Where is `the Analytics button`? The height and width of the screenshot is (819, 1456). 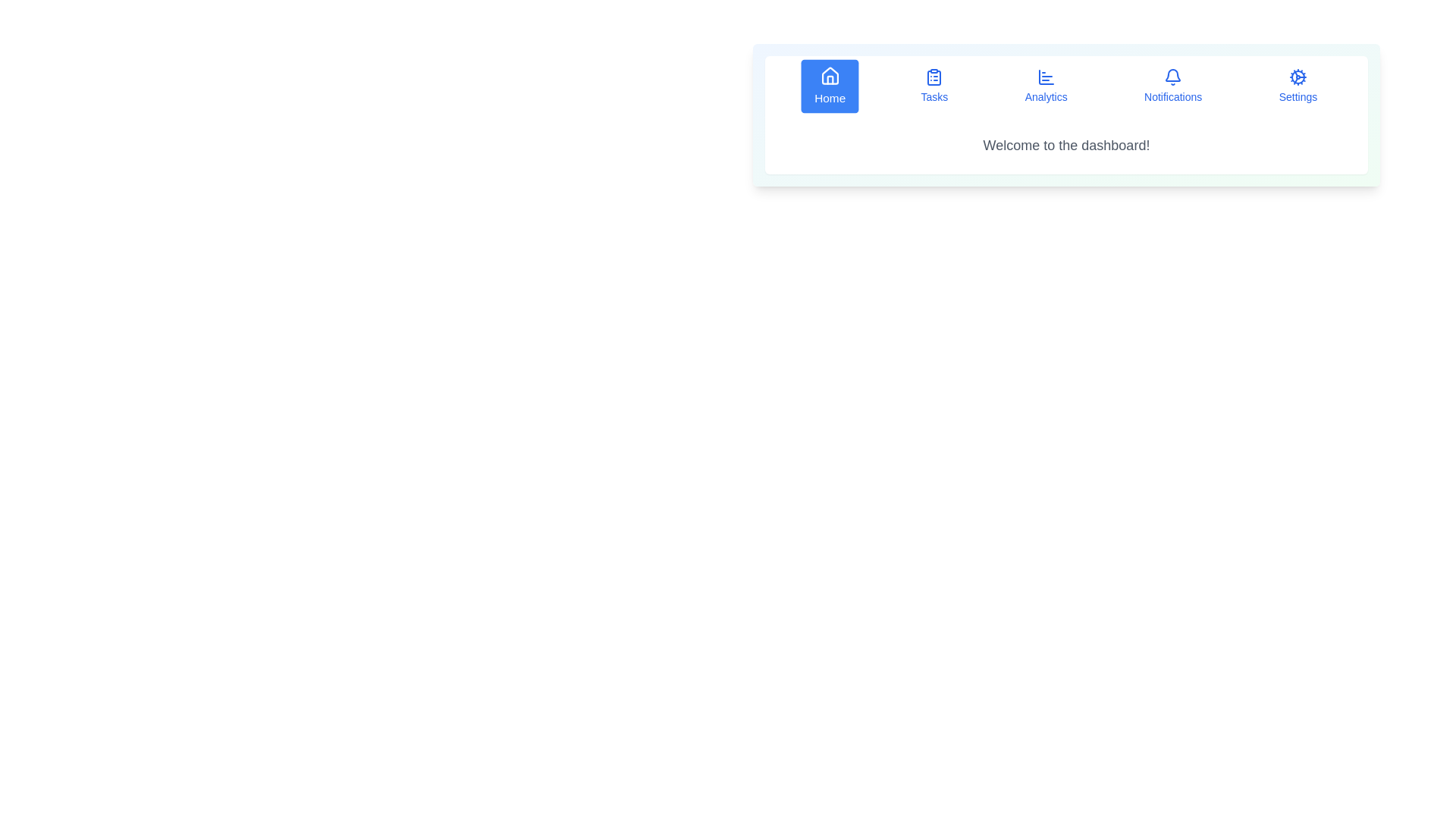
the Analytics button is located at coordinates (1045, 86).